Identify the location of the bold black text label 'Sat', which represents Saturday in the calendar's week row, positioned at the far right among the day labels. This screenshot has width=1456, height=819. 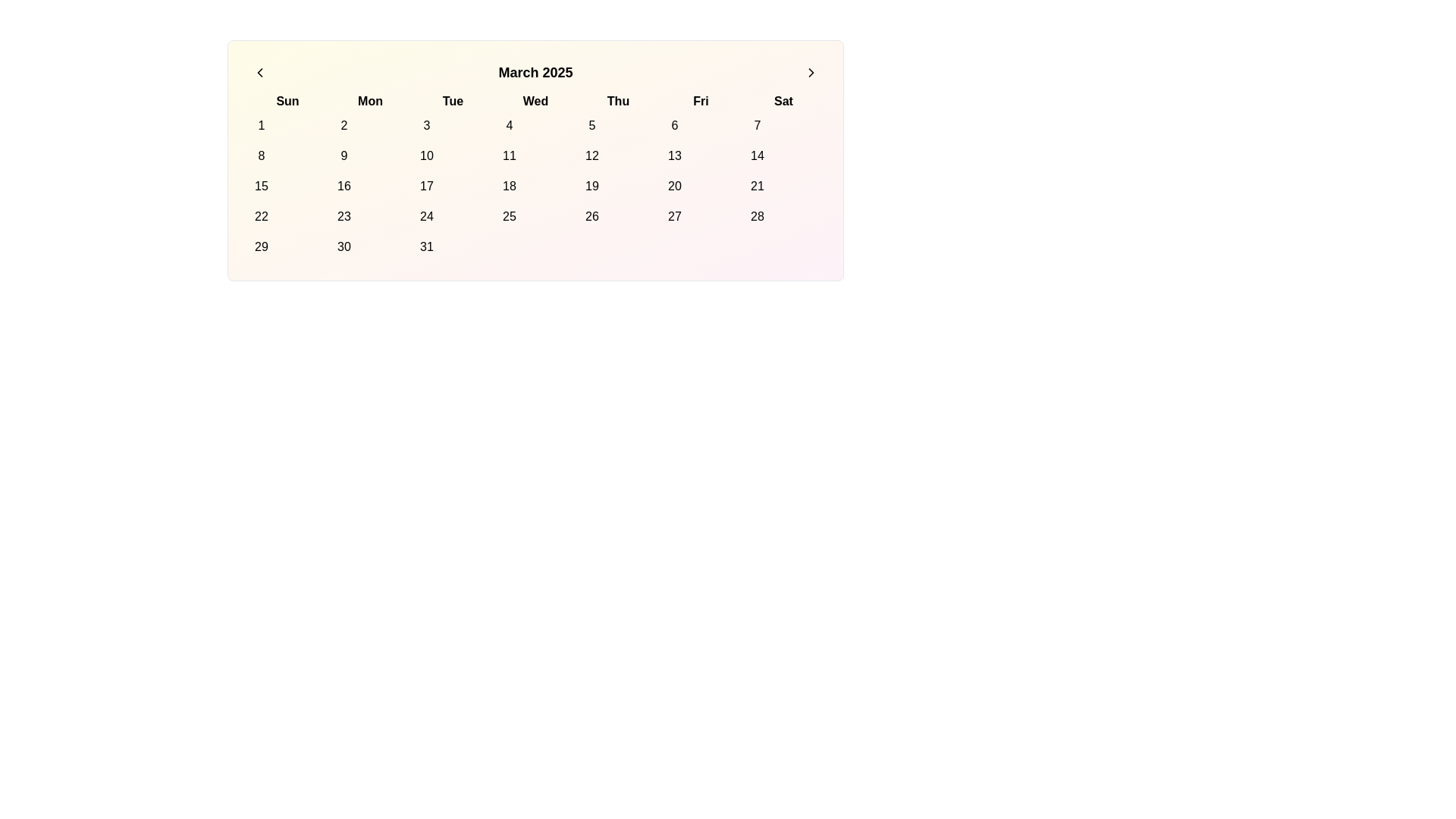
(783, 102).